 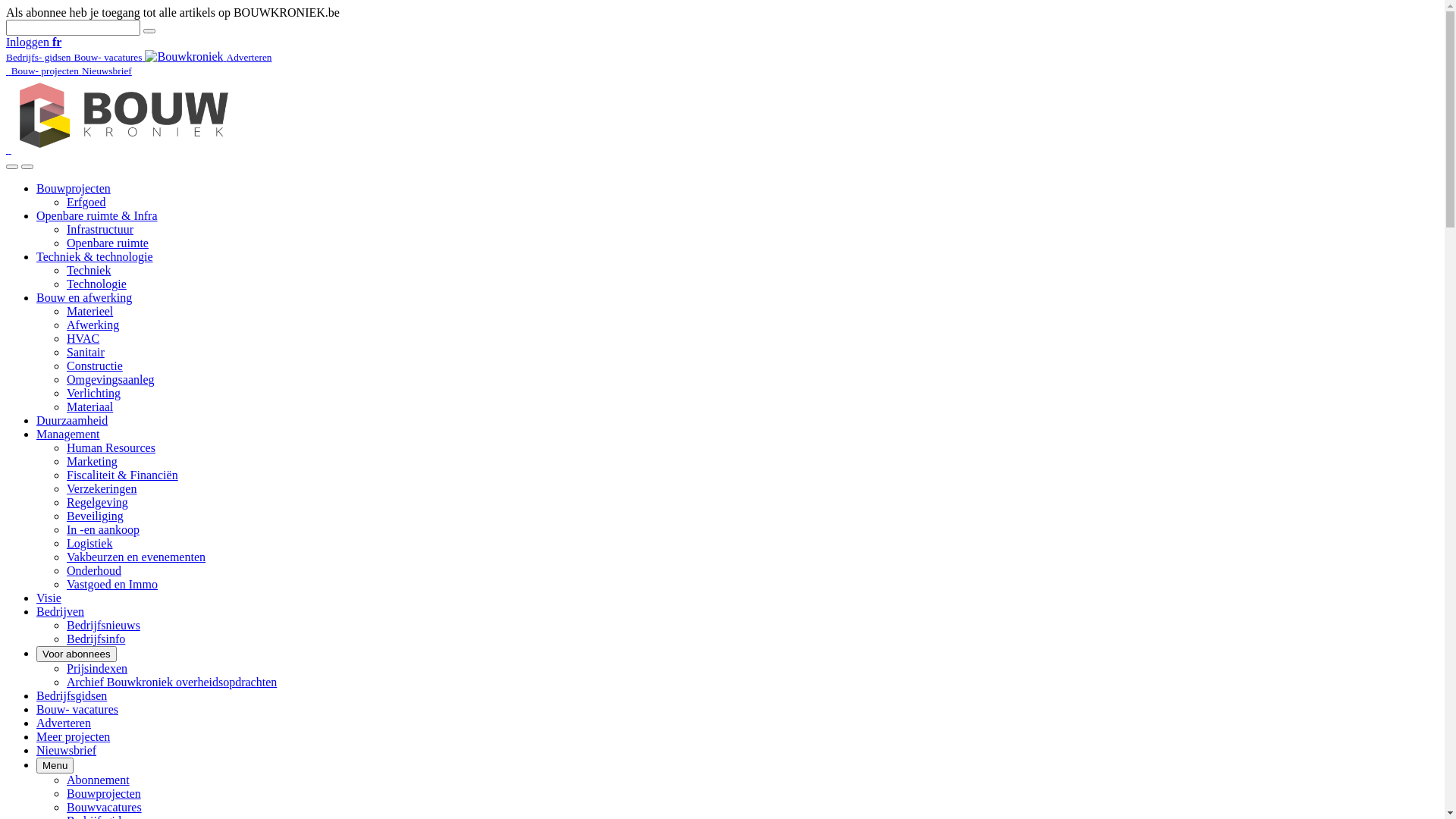 I want to click on 'Archief Bouwkroniek overheidsopdrachten', so click(x=171, y=681).